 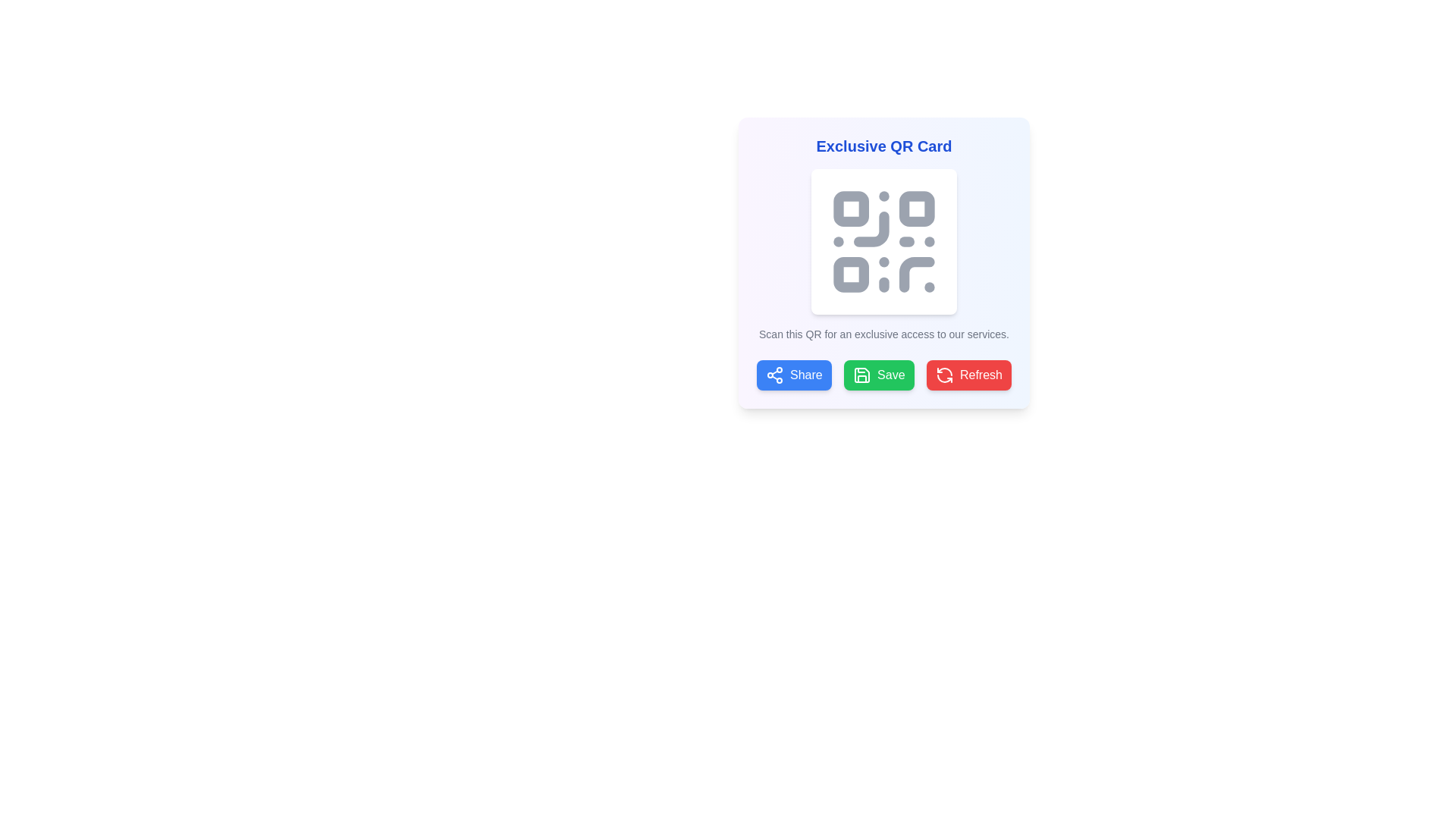 What do you see at coordinates (916, 209) in the screenshot?
I see `the small rounded gray square in the upper right quadrant of the SVG-based QR code, which is the second square among the three larger squares` at bounding box center [916, 209].